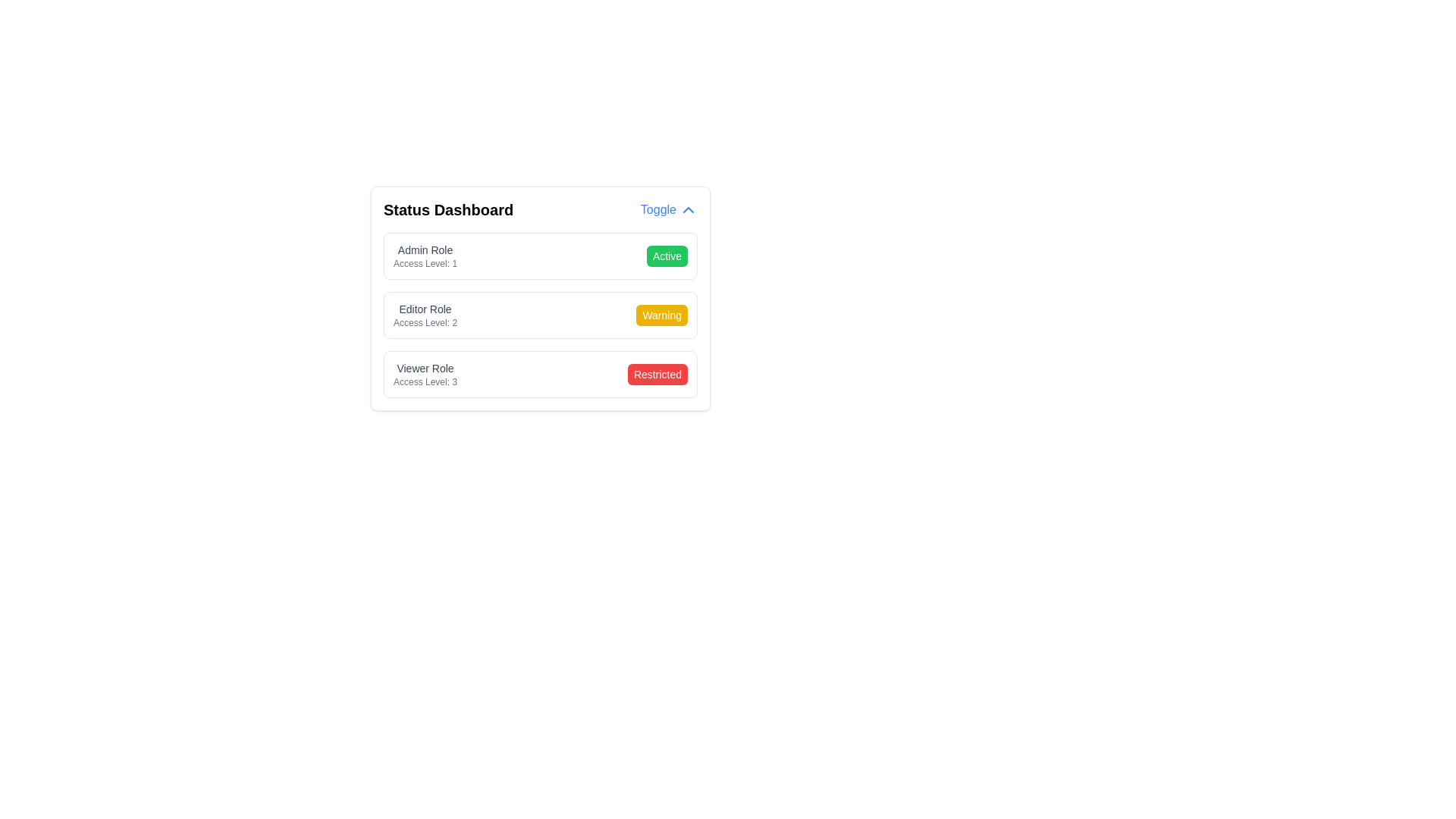 The image size is (1456, 819). I want to click on the small upward-pointing chevron icon located next to the 'Toggle' label in the Status Dashboard section, so click(687, 210).